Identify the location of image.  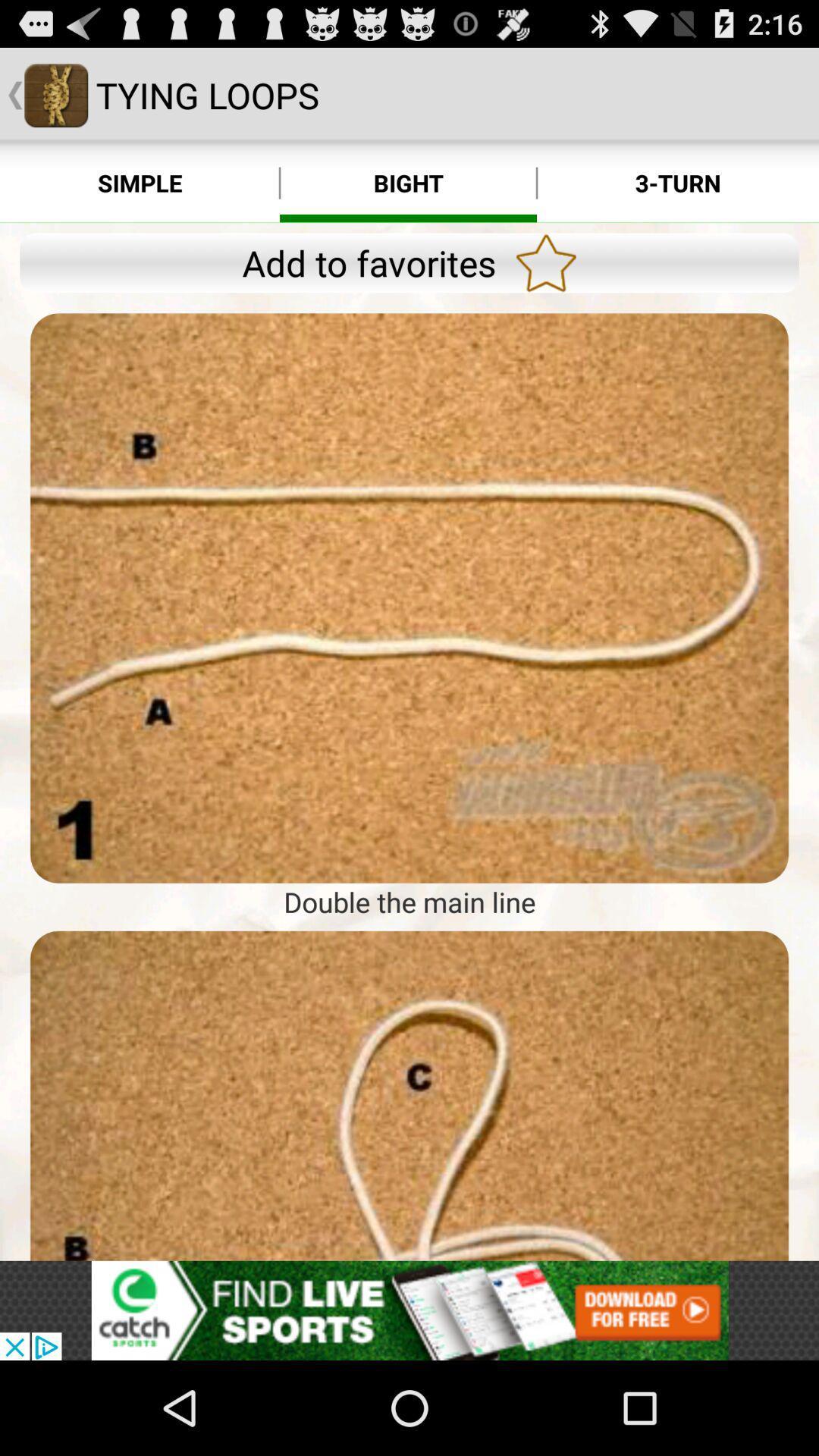
(409, 597).